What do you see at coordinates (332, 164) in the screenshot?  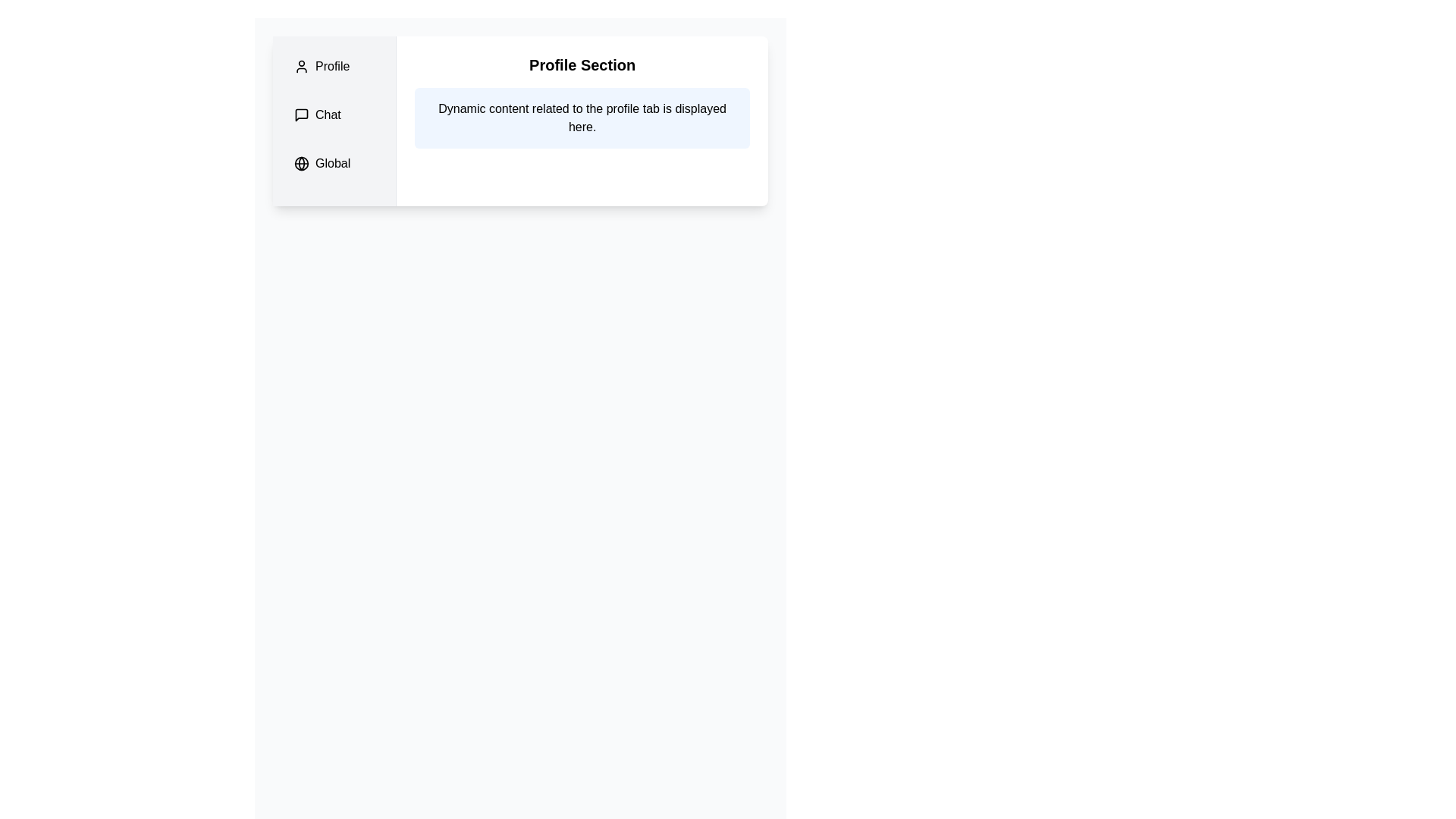 I see `the 'Global' static text label in the sidebar menu, which is styled with a medium font weight and accompanied by a globe icon` at bounding box center [332, 164].